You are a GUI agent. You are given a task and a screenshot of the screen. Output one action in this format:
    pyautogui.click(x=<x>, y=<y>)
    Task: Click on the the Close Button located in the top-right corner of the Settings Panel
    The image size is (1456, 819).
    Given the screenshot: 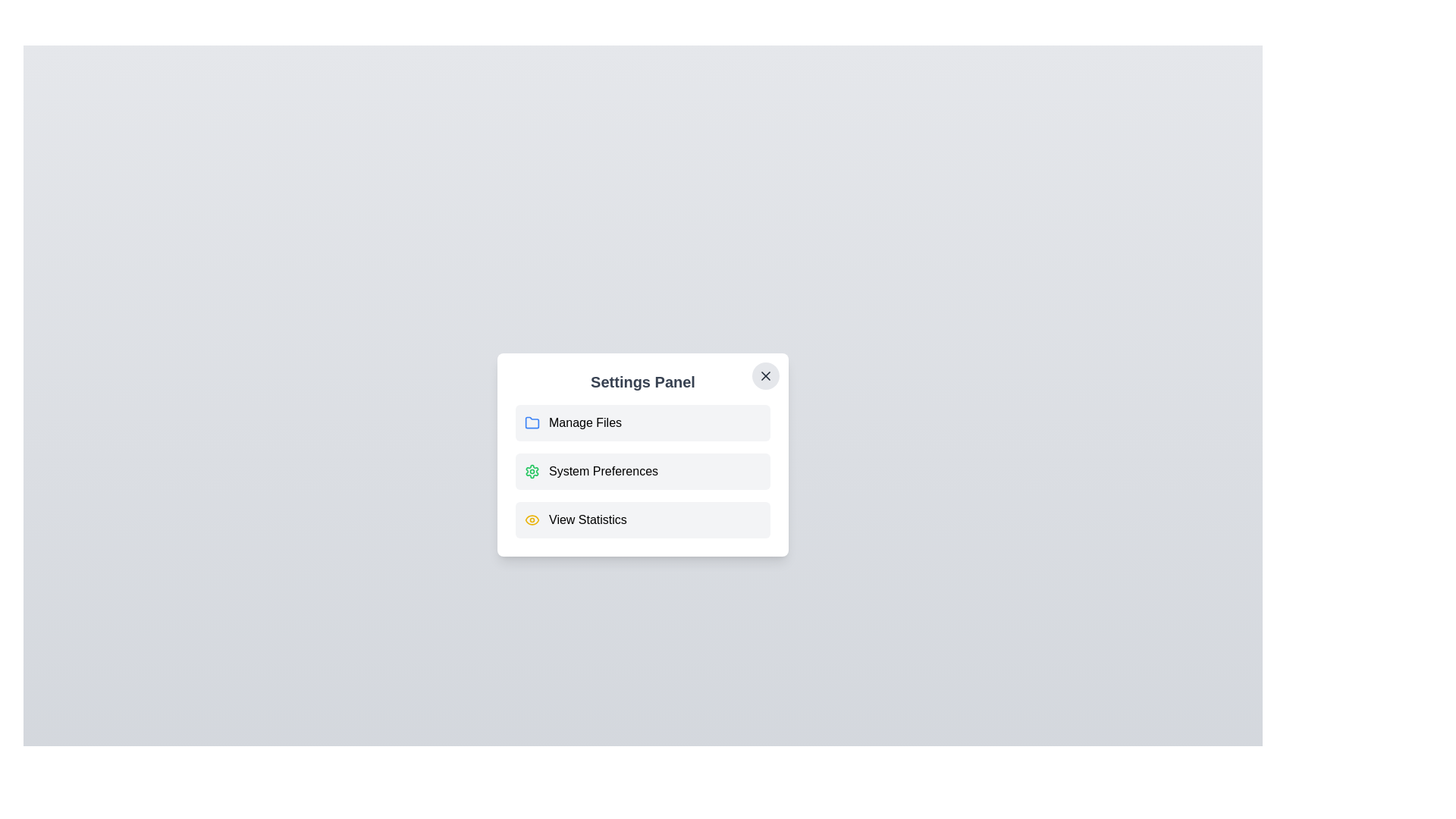 What is the action you would take?
    pyautogui.click(x=765, y=375)
    